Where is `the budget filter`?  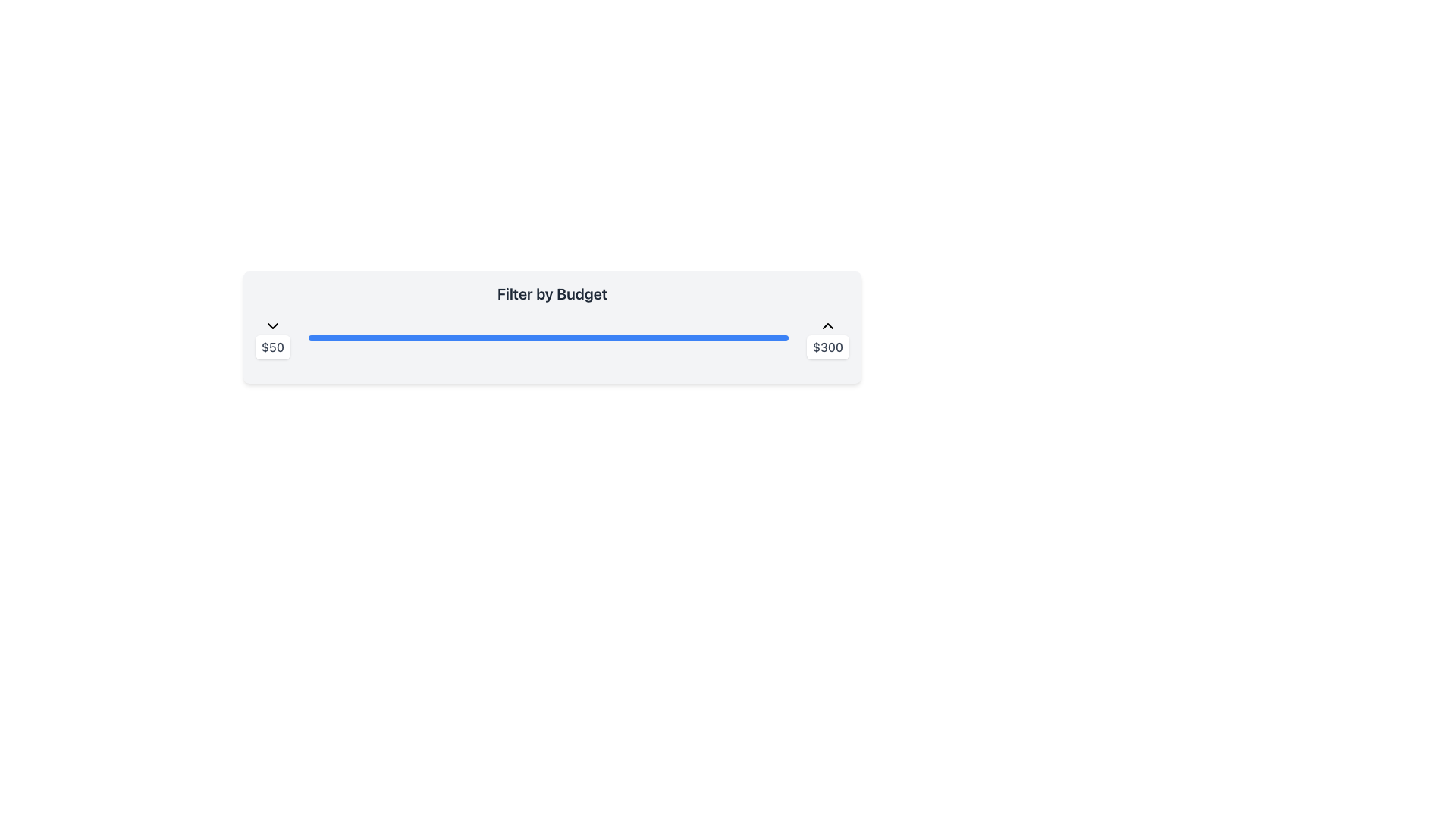 the budget filter is located at coordinates (784, 337).